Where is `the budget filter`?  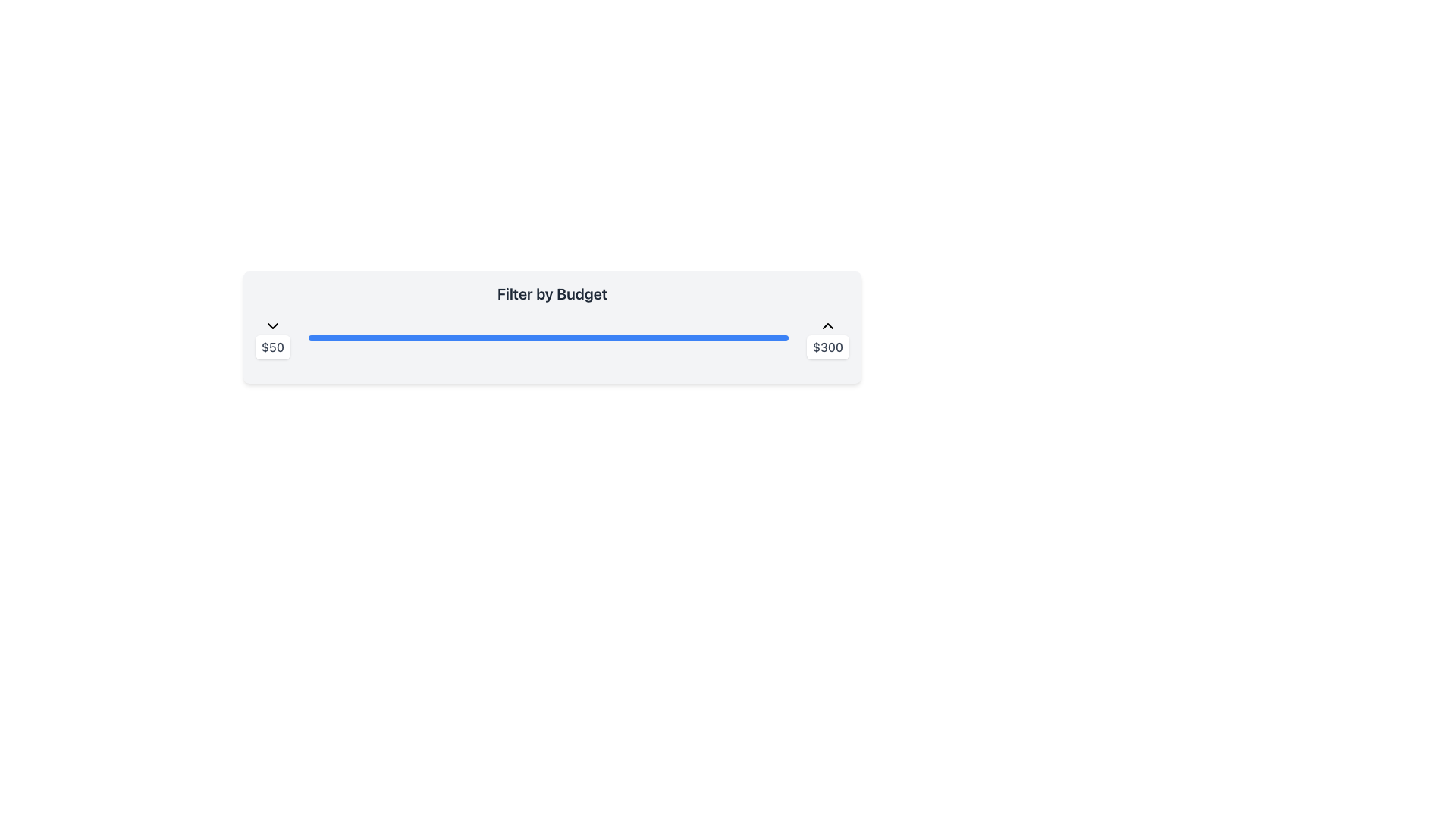 the budget filter is located at coordinates (784, 337).